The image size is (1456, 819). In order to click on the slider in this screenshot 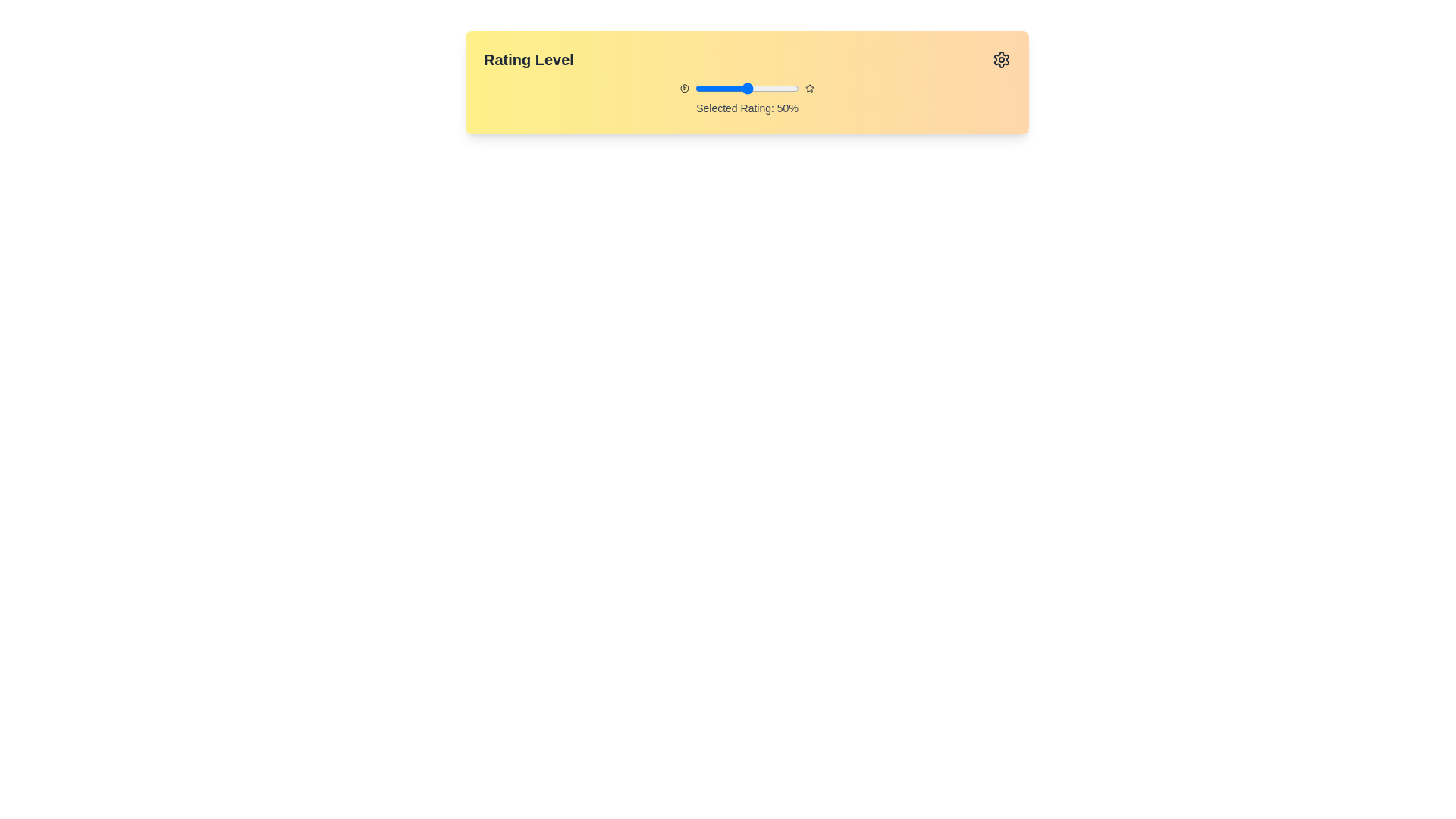, I will do `click(700, 88)`.